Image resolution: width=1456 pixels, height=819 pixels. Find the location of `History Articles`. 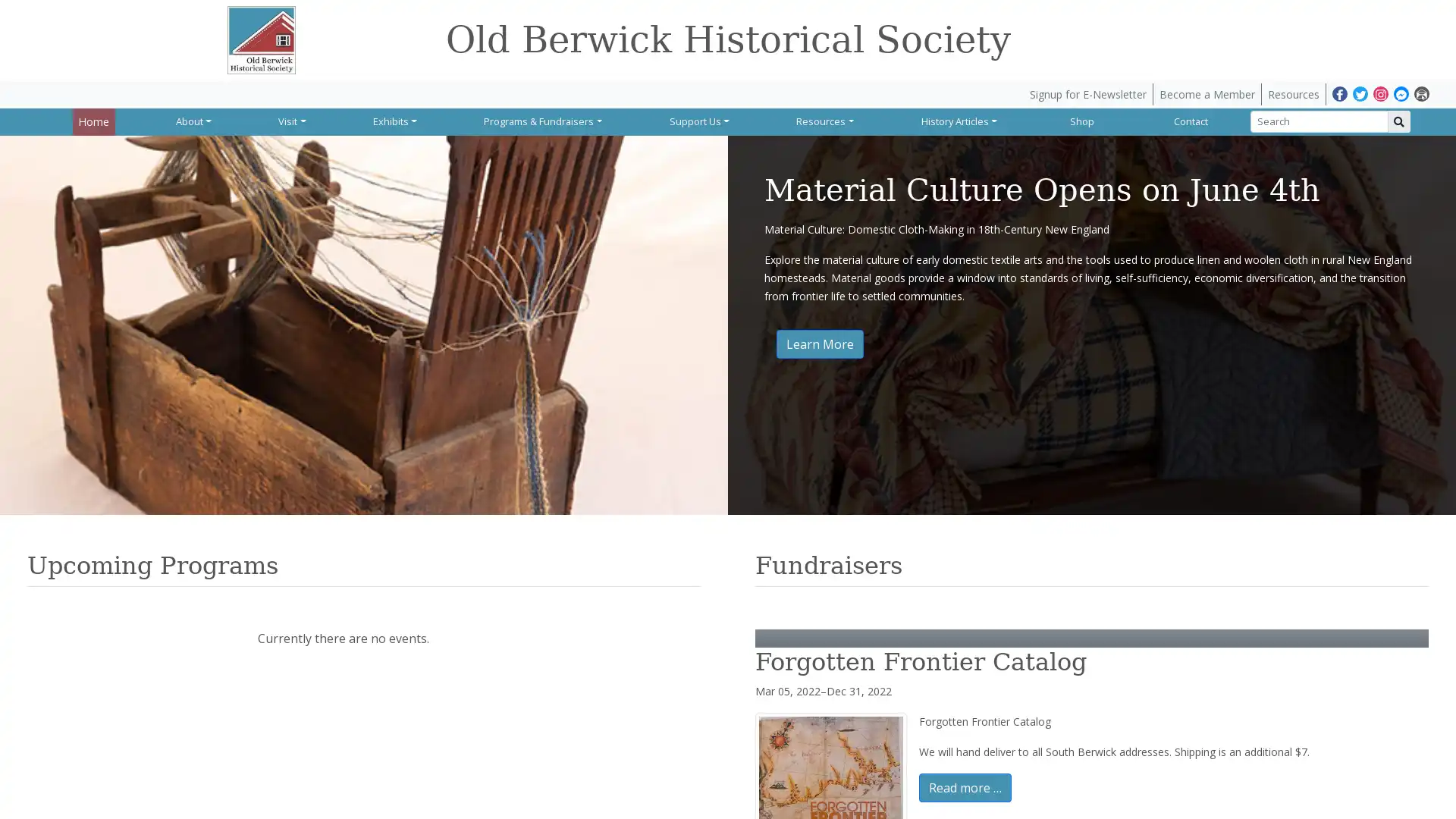

History Articles is located at coordinates (957, 120).